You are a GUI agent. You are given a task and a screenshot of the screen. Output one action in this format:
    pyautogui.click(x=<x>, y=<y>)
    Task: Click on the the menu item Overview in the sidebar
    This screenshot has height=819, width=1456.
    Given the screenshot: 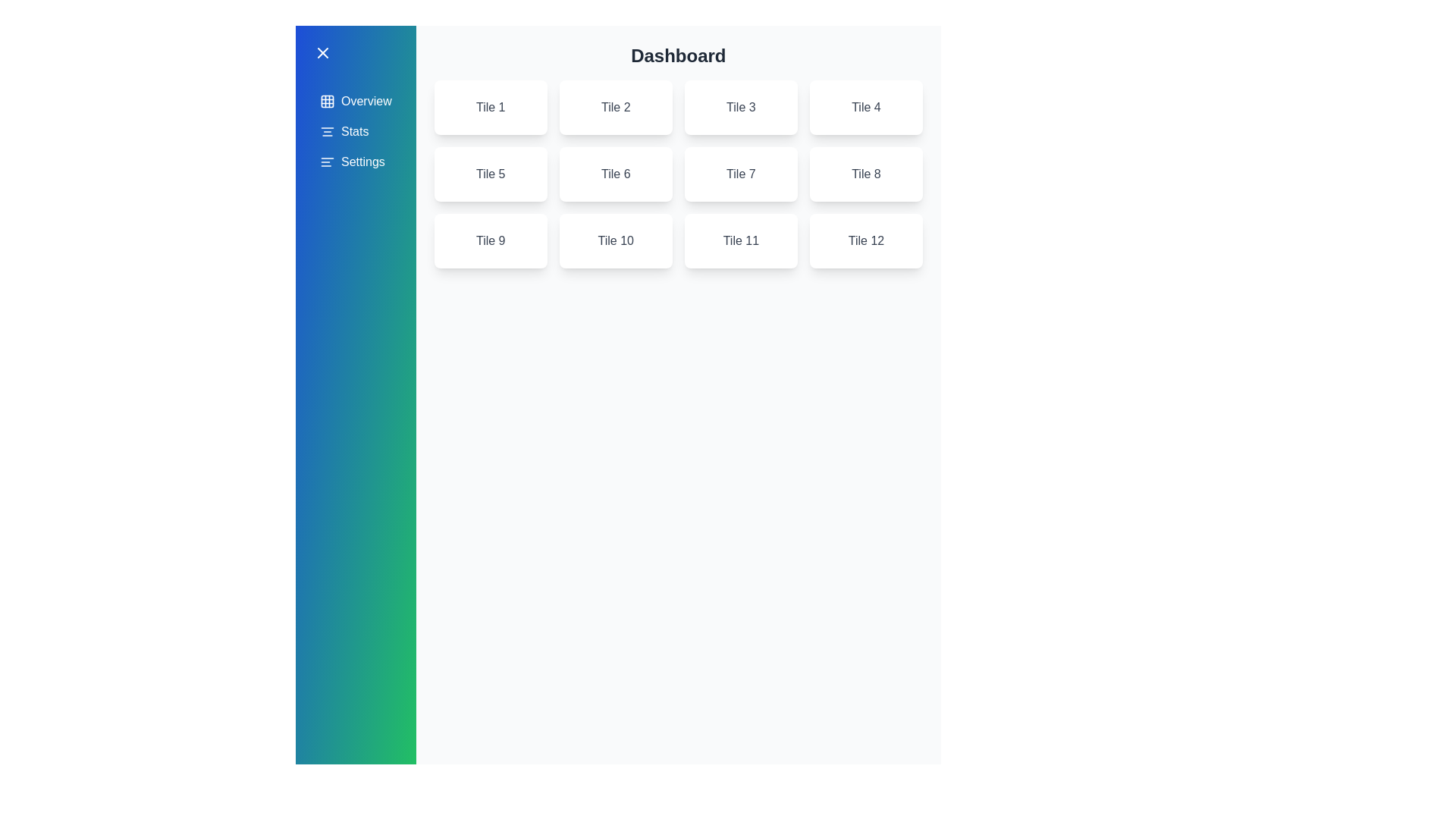 What is the action you would take?
    pyautogui.click(x=355, y=102)
    